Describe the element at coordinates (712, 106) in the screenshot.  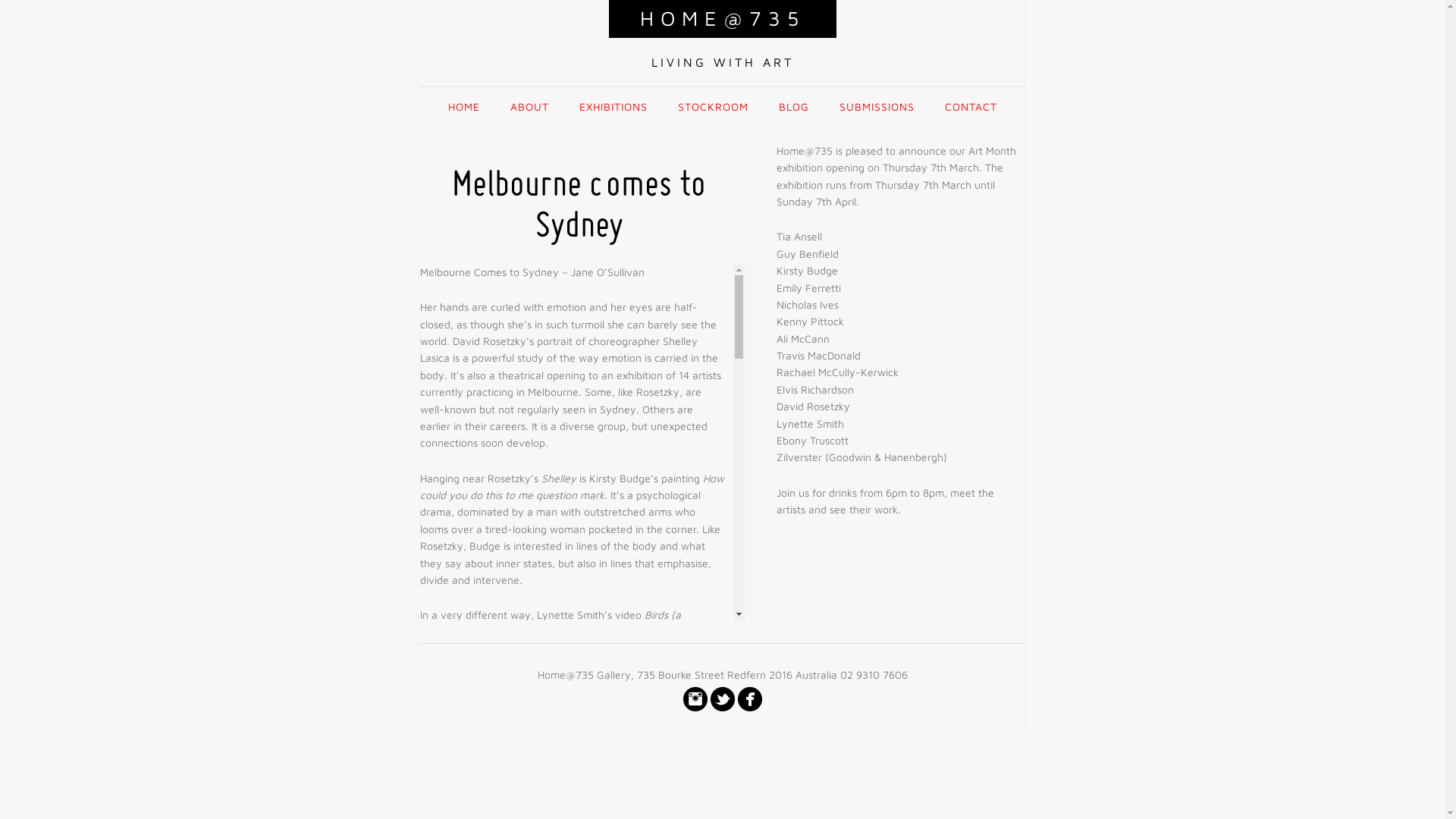
I see `'STOCKROOM'` at that location.